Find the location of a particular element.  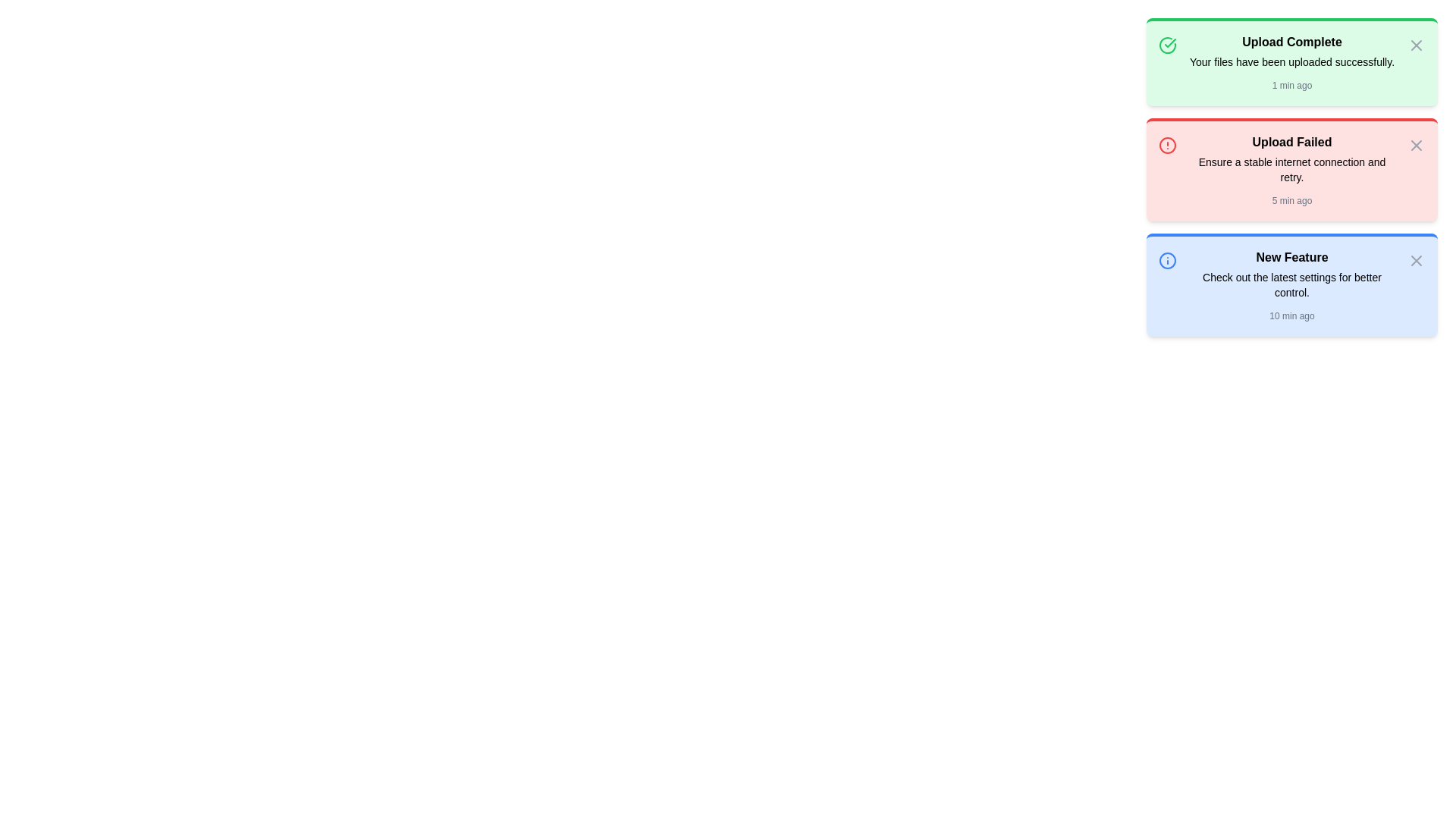

the error alert icon located to the left of the descriptive text within the 'Upload Failed' notification is located at coordinates (1167, 146).